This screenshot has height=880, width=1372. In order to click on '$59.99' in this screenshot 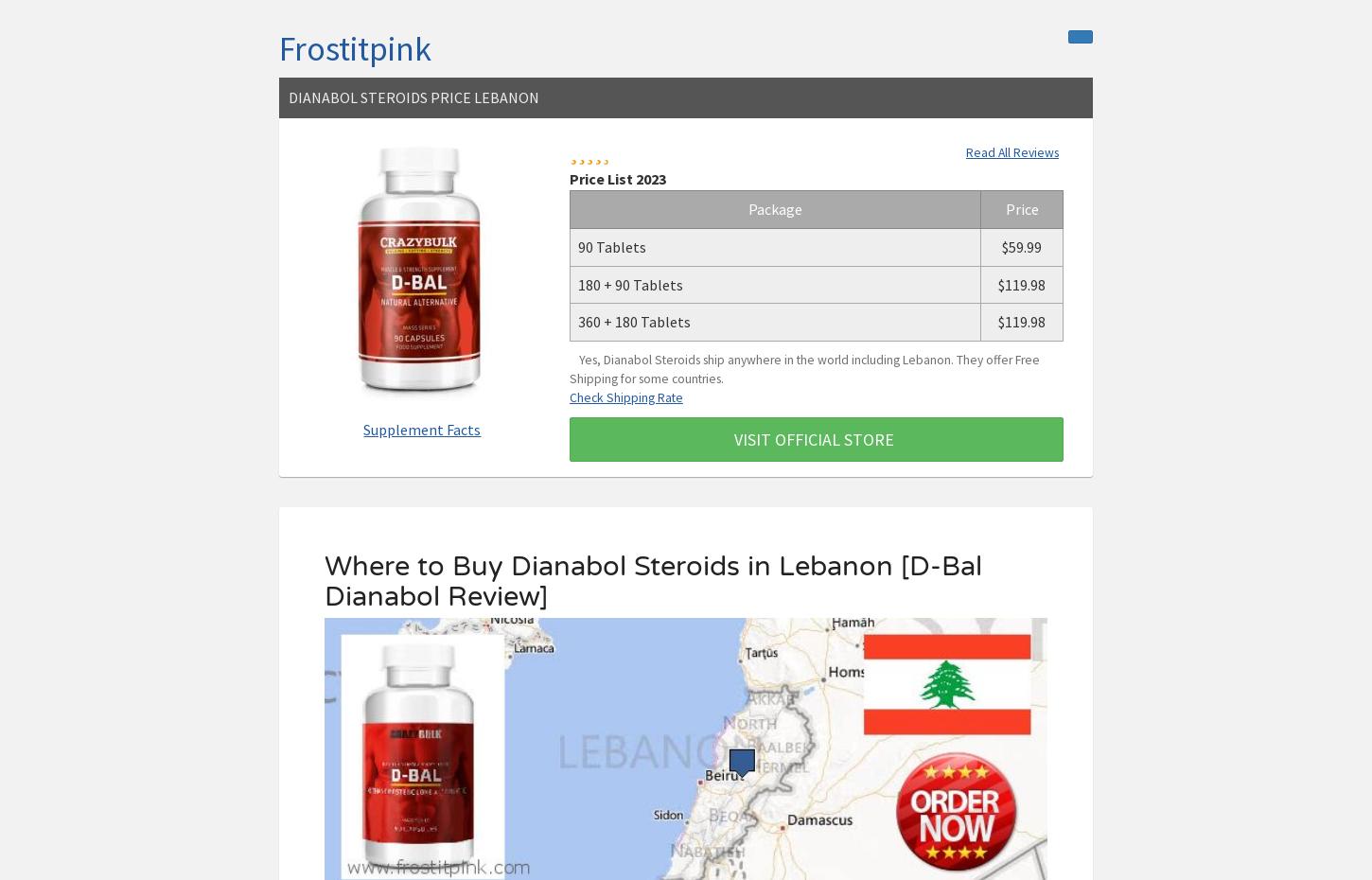, I will do `click(1001, 246)`.